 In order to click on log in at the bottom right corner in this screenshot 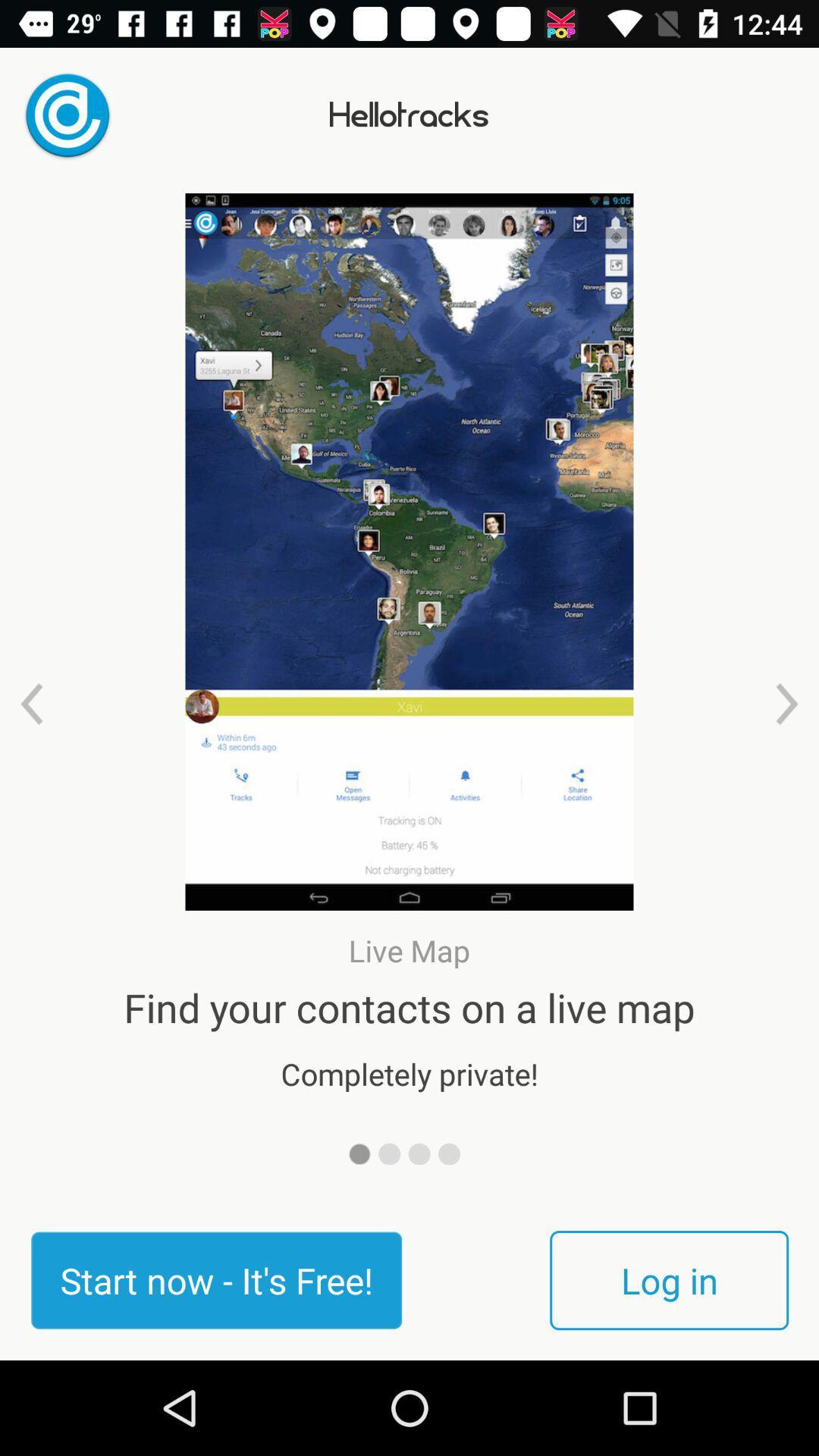, I will do `click(668, 1279)`.